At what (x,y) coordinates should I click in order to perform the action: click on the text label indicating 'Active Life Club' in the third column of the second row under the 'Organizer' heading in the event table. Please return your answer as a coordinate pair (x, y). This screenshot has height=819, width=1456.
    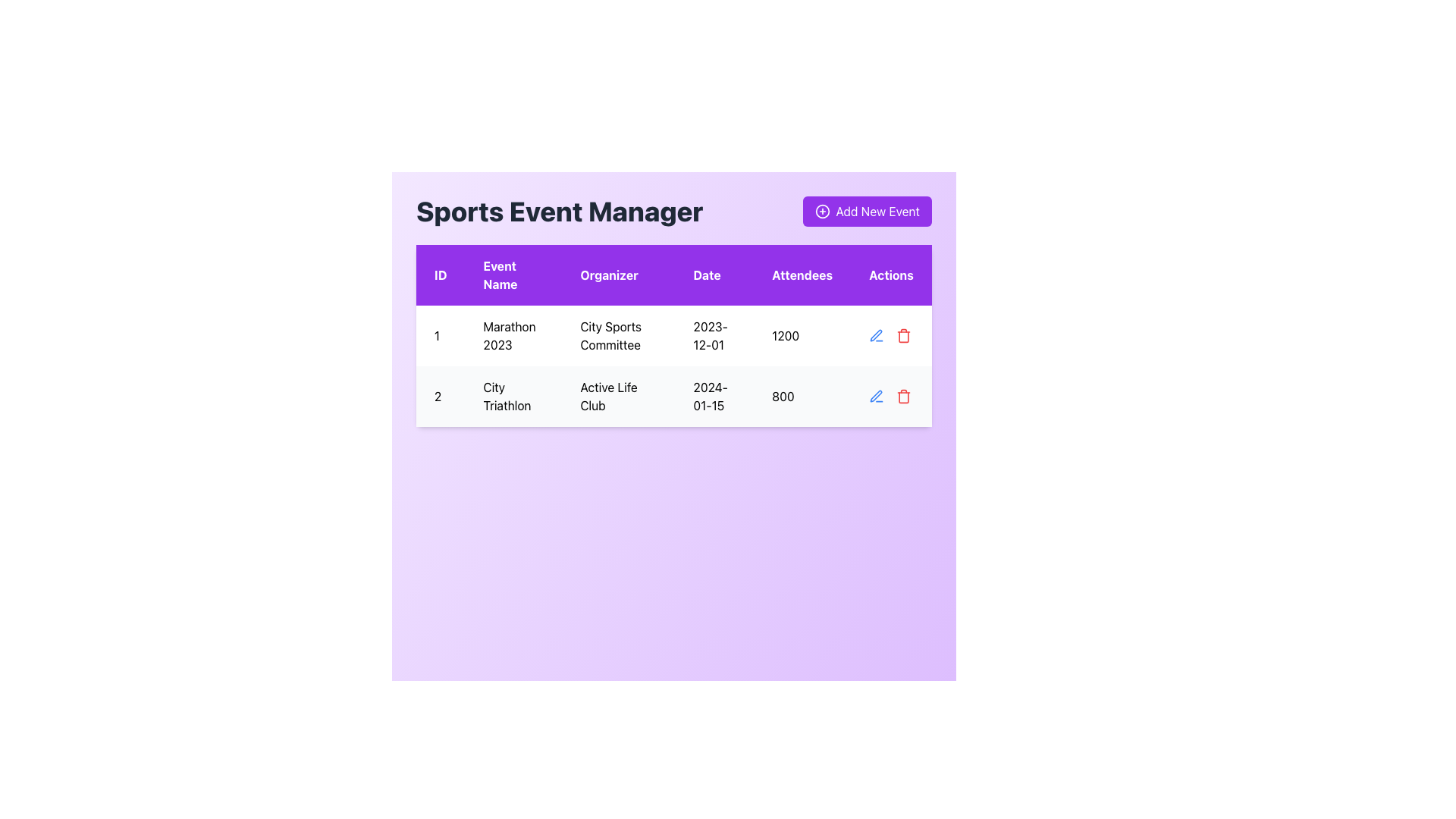
    Looking at the image, I should click on (619, 396).